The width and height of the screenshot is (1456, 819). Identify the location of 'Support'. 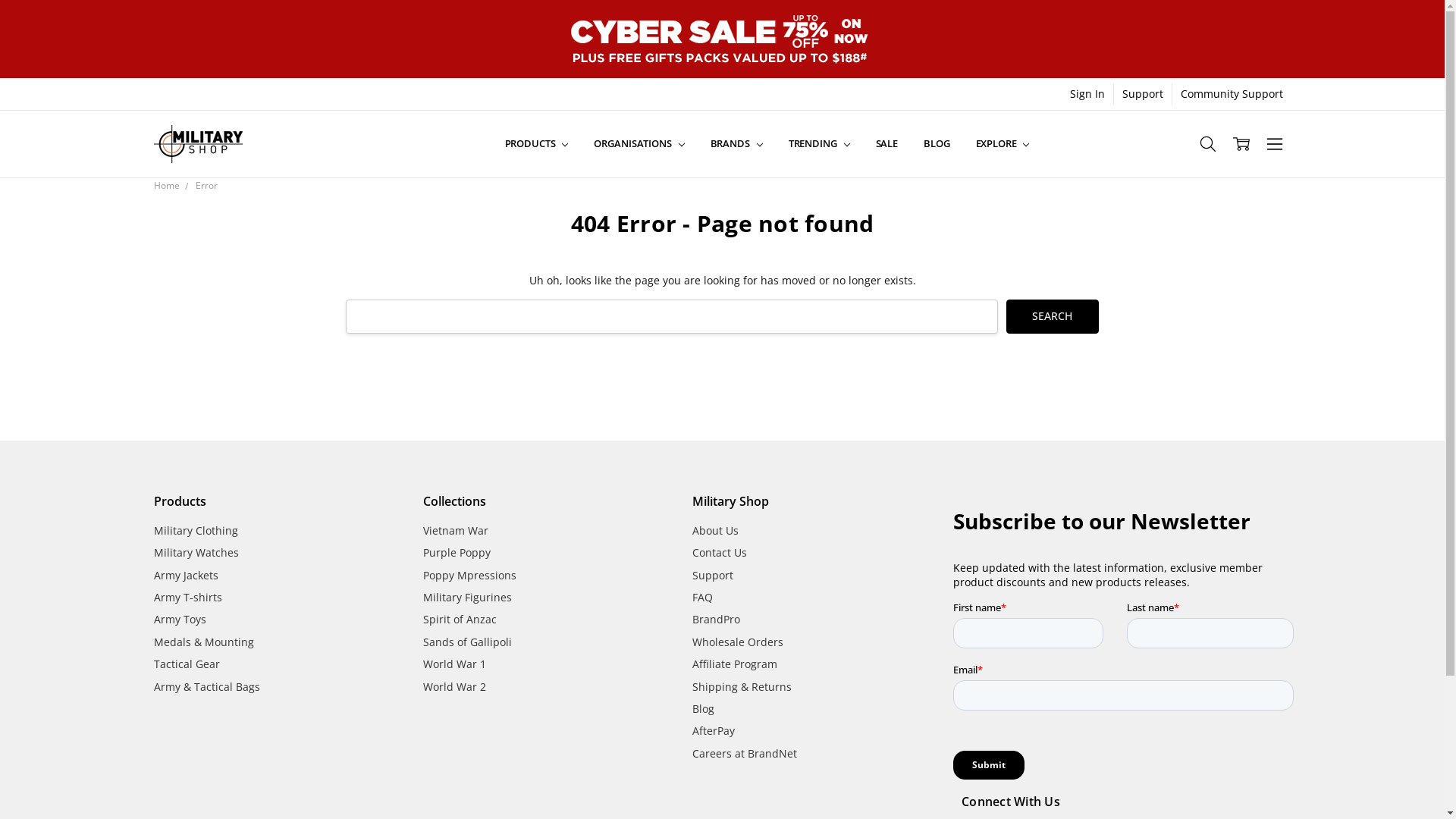
(1143, 93).